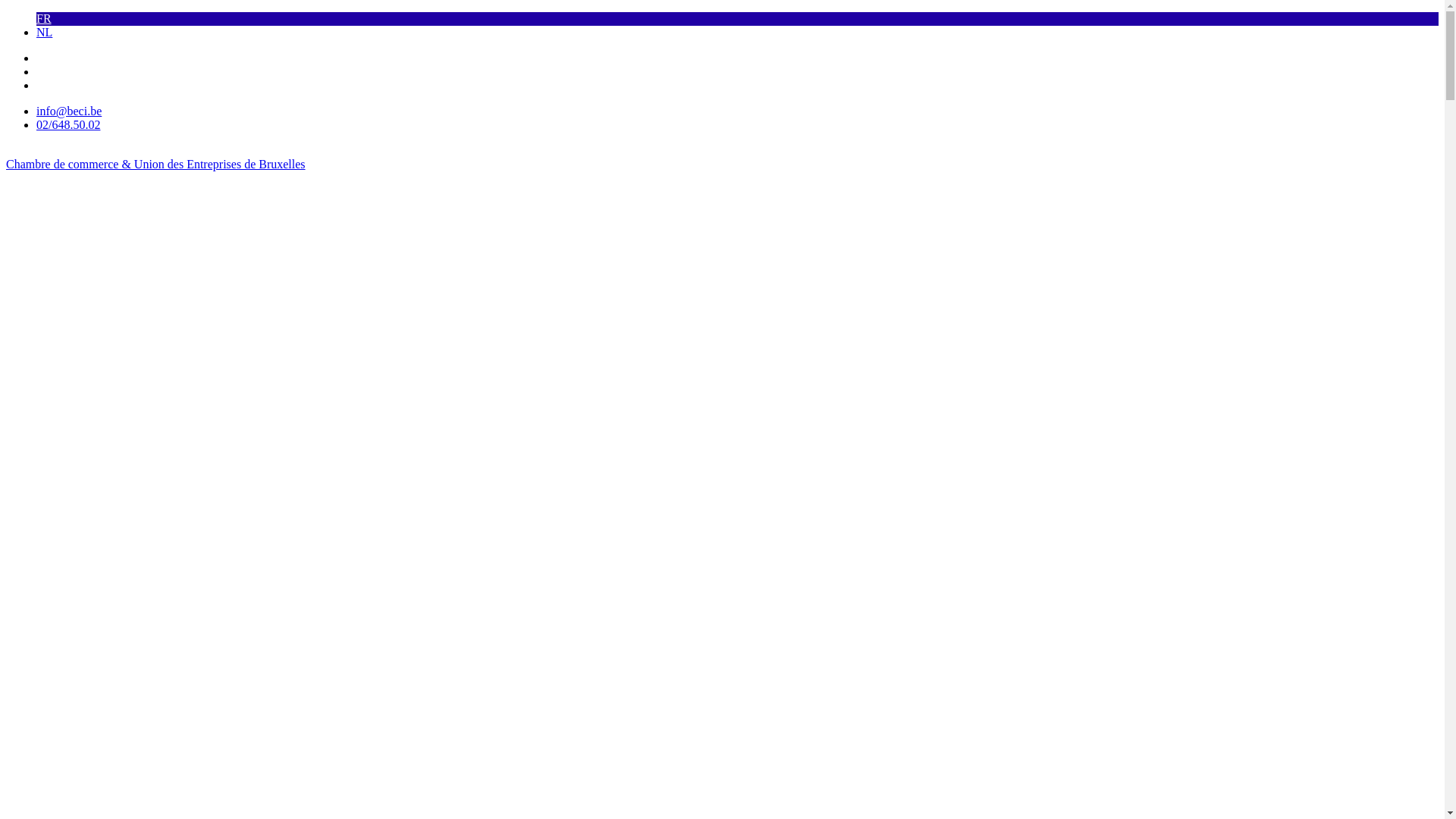  What do you see at coordinates (44, 32) in the screenshot?
I see `'NL'` at bounding box center [44, 32].